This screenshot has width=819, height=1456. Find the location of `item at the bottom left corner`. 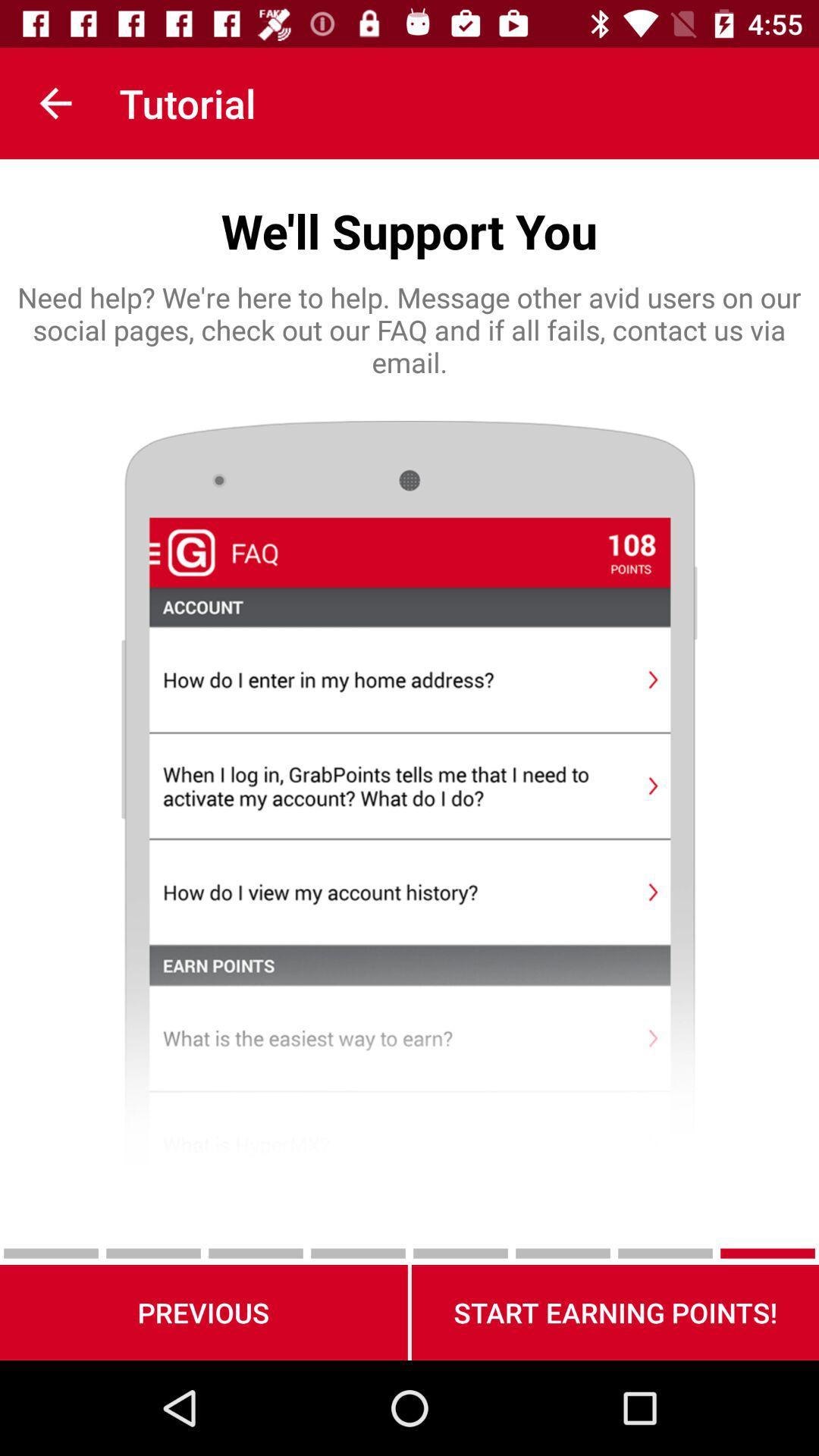

item at the bottom left corner is located at coordinates (202, 1312).